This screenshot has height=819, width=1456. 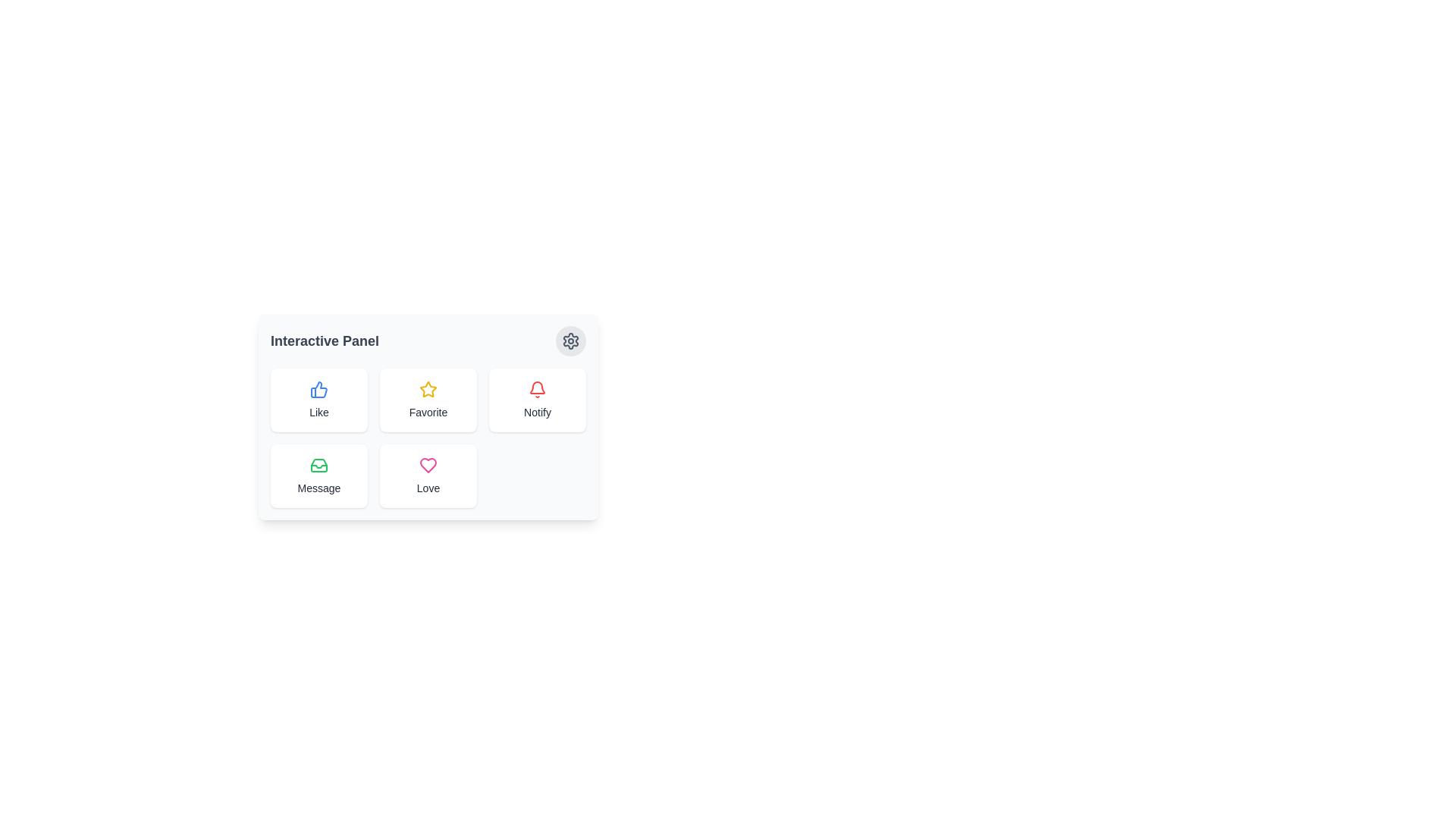 I want to click on the 'Message' icon located, so click(x=318, y=464).